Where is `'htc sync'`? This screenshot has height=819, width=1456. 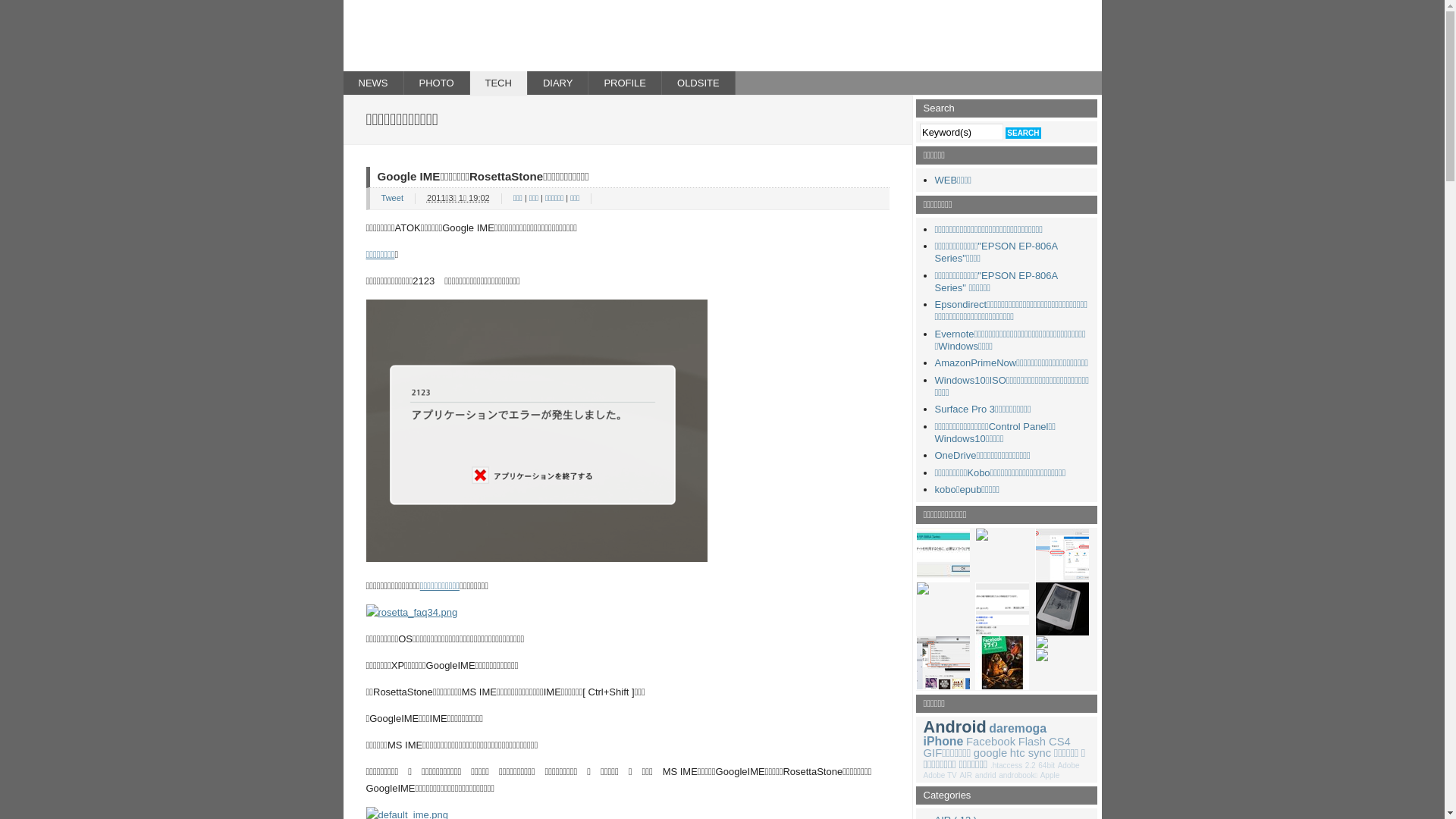
'htc sync' is located at coordinates (1030, 752).